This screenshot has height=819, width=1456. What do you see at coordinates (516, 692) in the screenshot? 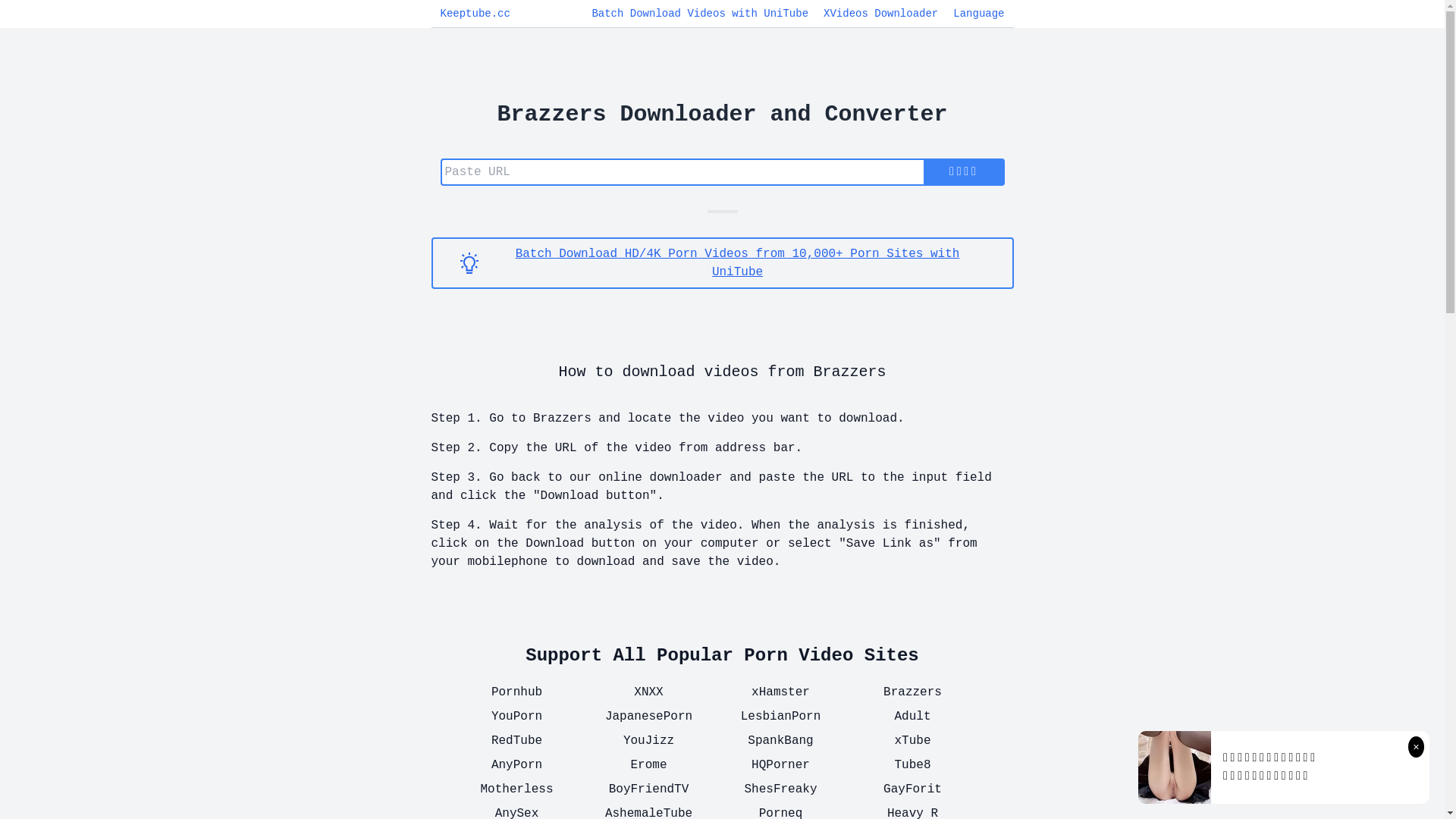
I see `'Pornhub'` at bounding box center [516, 692].